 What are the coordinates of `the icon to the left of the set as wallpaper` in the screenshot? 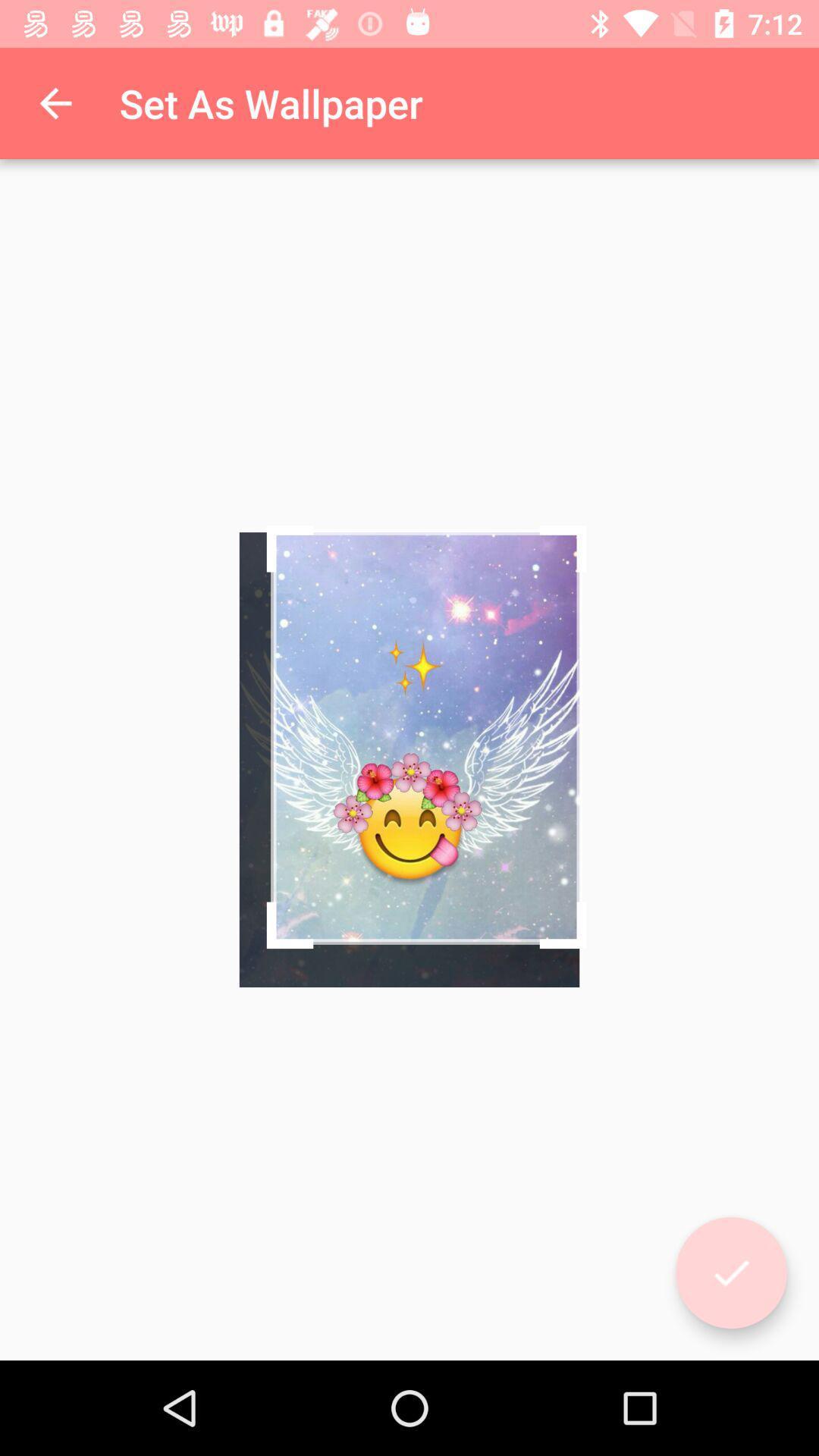 It's located at (55, 102).